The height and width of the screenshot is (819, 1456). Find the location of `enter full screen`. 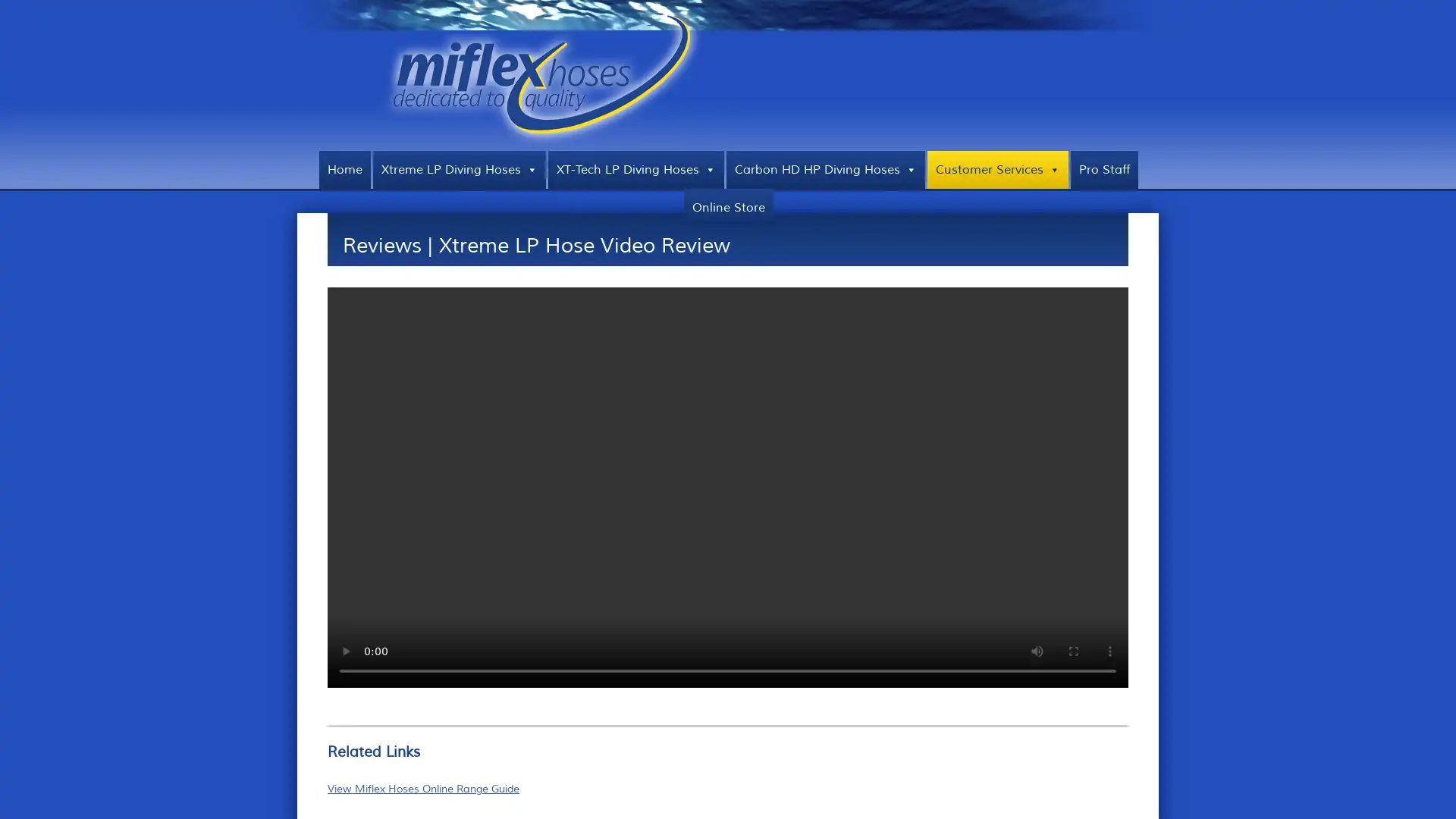

enter full screen is located at coordinates (1073, 649).